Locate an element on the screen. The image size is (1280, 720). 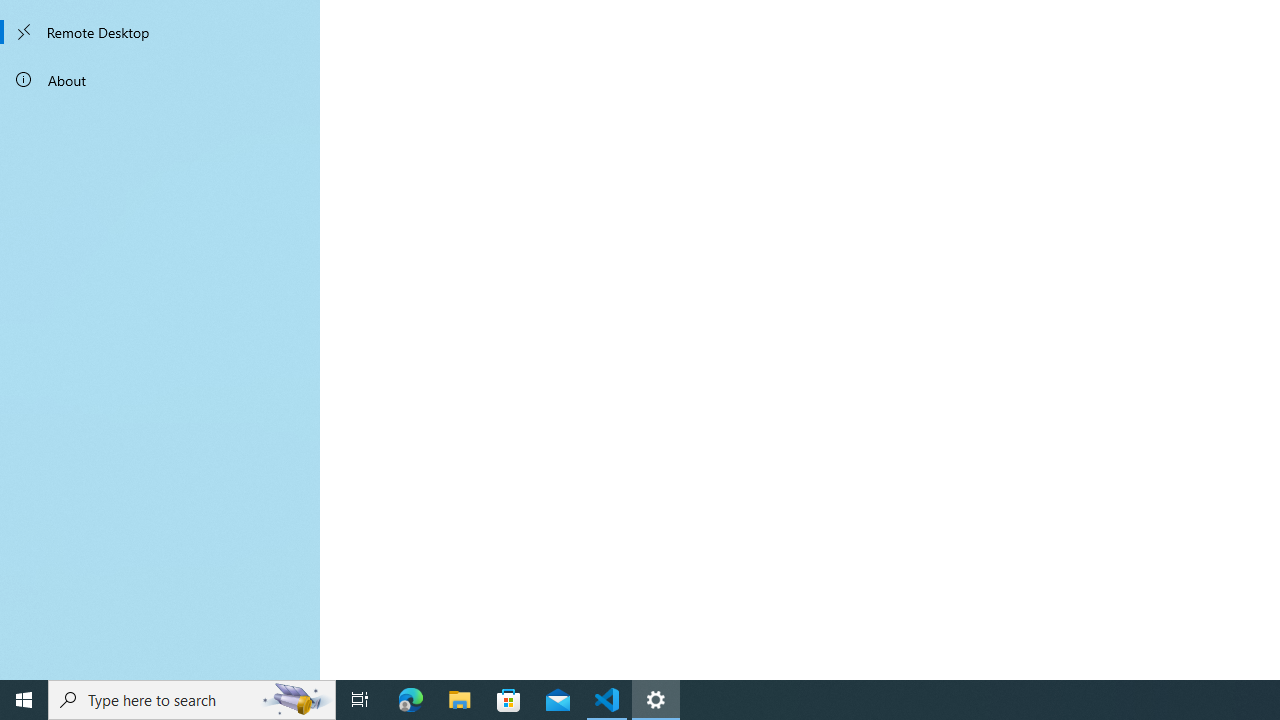
'Start' is located at coordinates (24, 698).